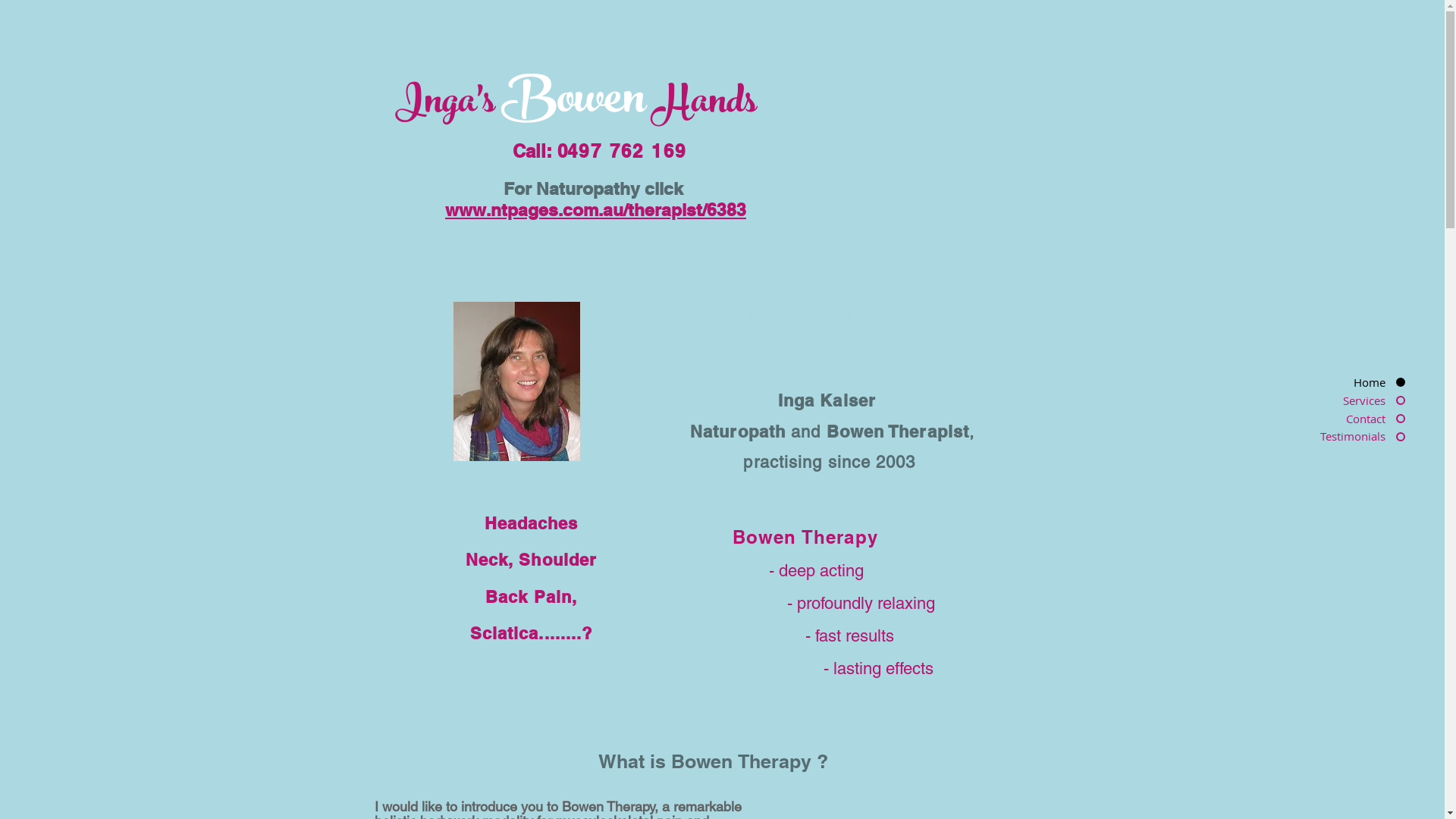 This screenshot has height=819, width=1456. Describe the element at coordinates (1343, 419) in the screenshot. I see `'Contact'` at that location.